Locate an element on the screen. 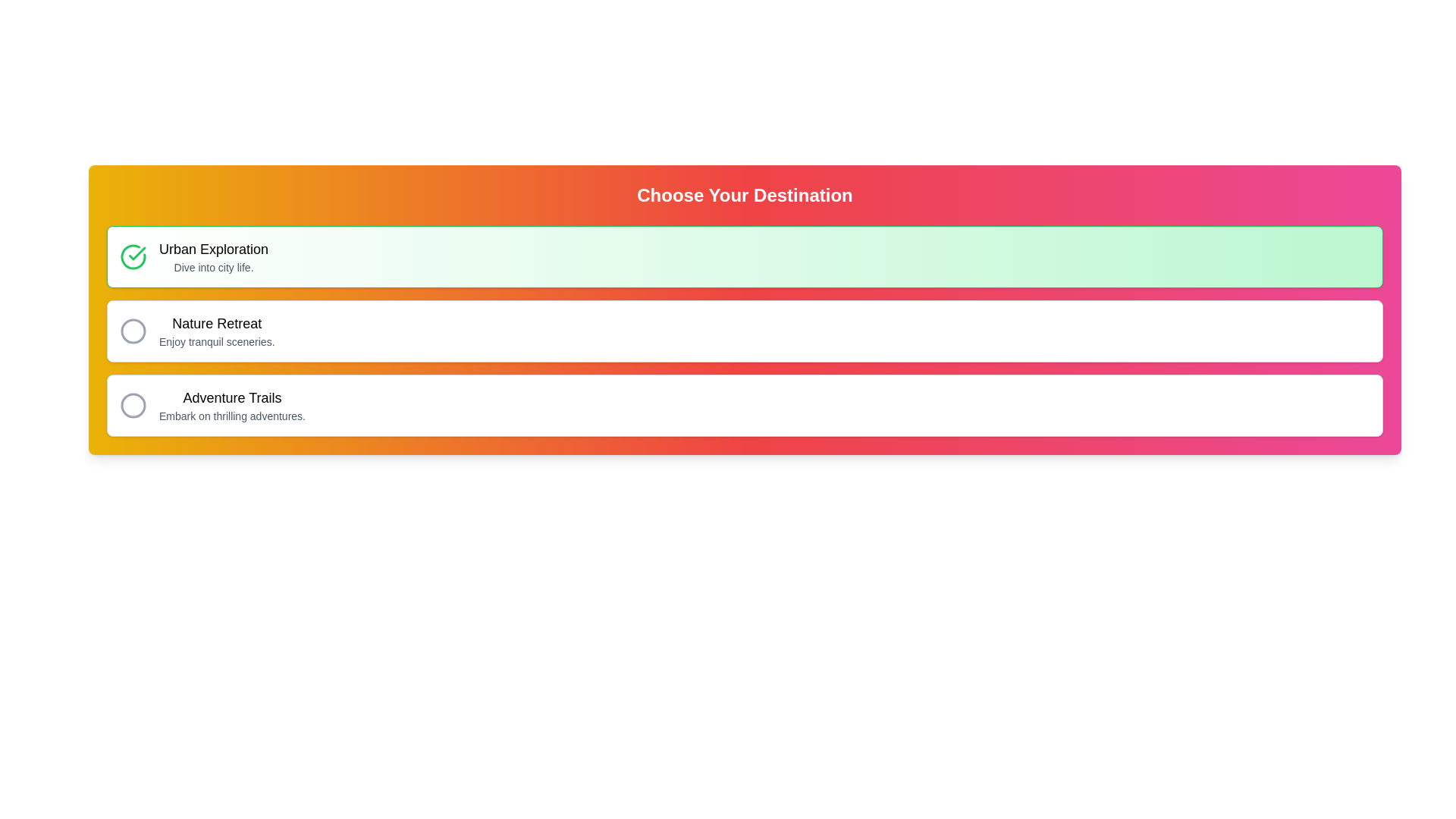 The width and height of the screenshot is (1456, 819). the text element styled as 'Adventure Trails', which is the title of the third list item, before the description 'Embark on thrilling adventures.' is located at coordinates (231, 397).